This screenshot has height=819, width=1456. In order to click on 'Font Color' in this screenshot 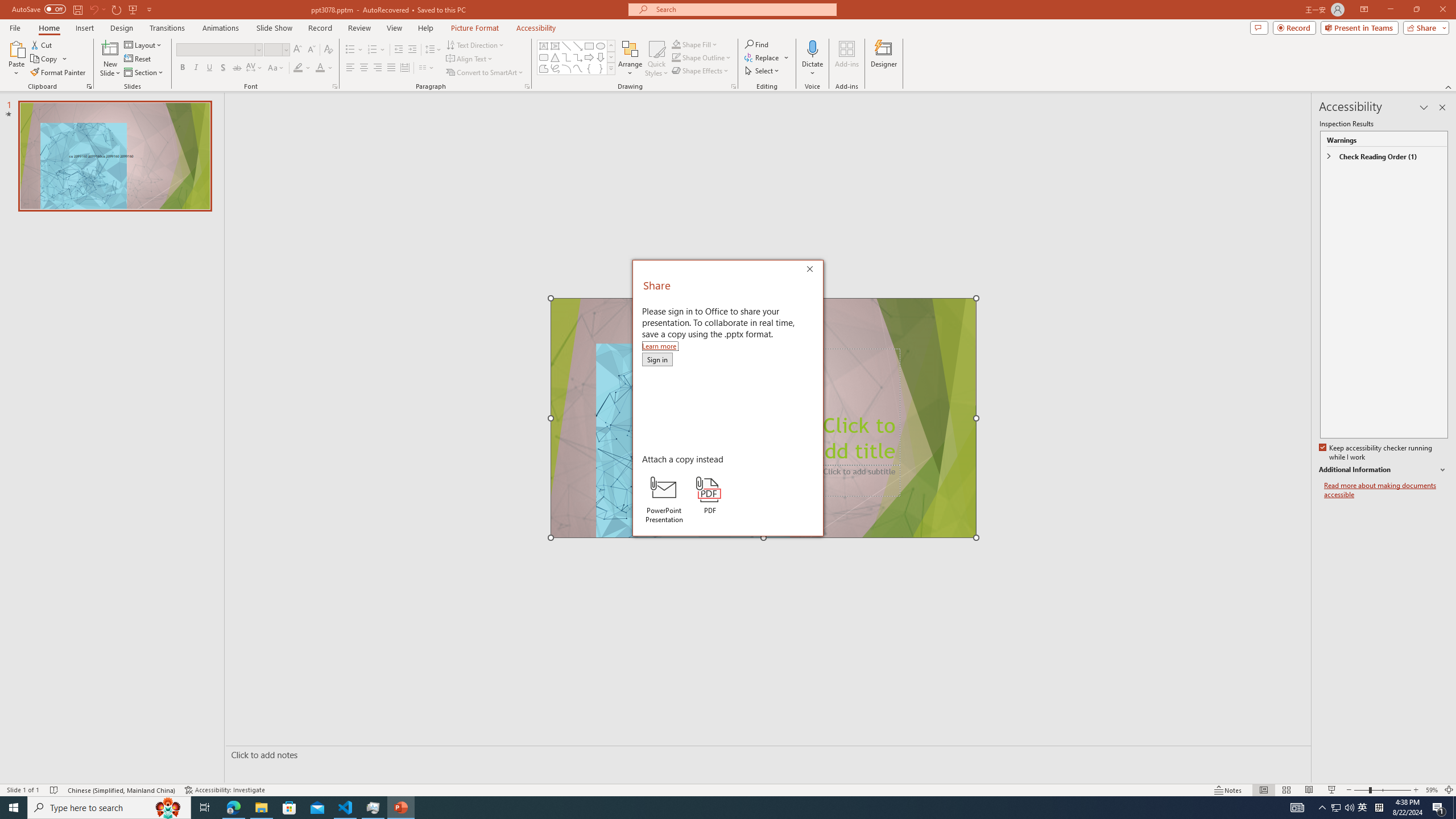, I will do `click(324, 67)`.